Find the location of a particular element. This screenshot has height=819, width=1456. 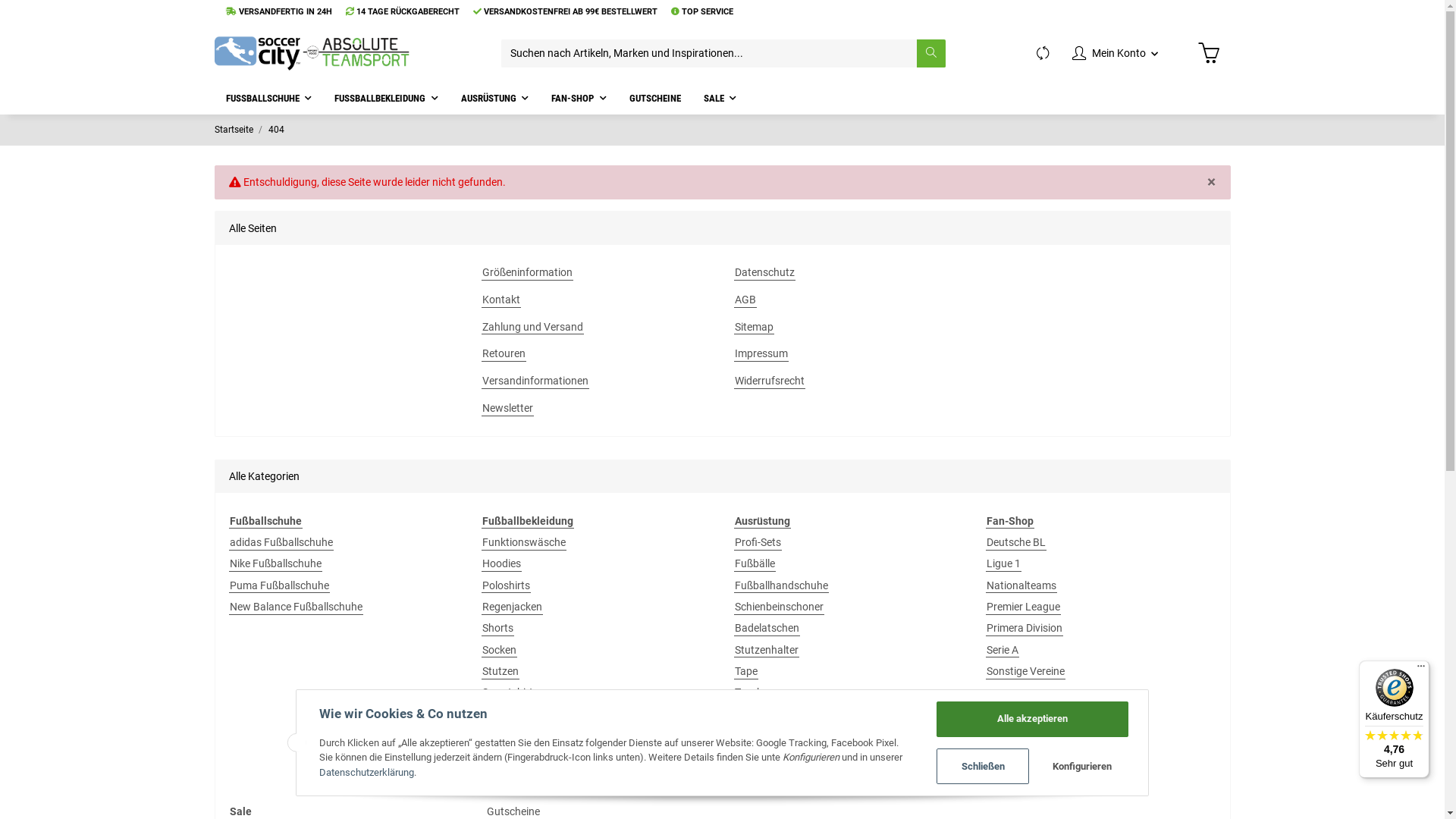

'Mein Konto' is located at coordinates (1115, 52).